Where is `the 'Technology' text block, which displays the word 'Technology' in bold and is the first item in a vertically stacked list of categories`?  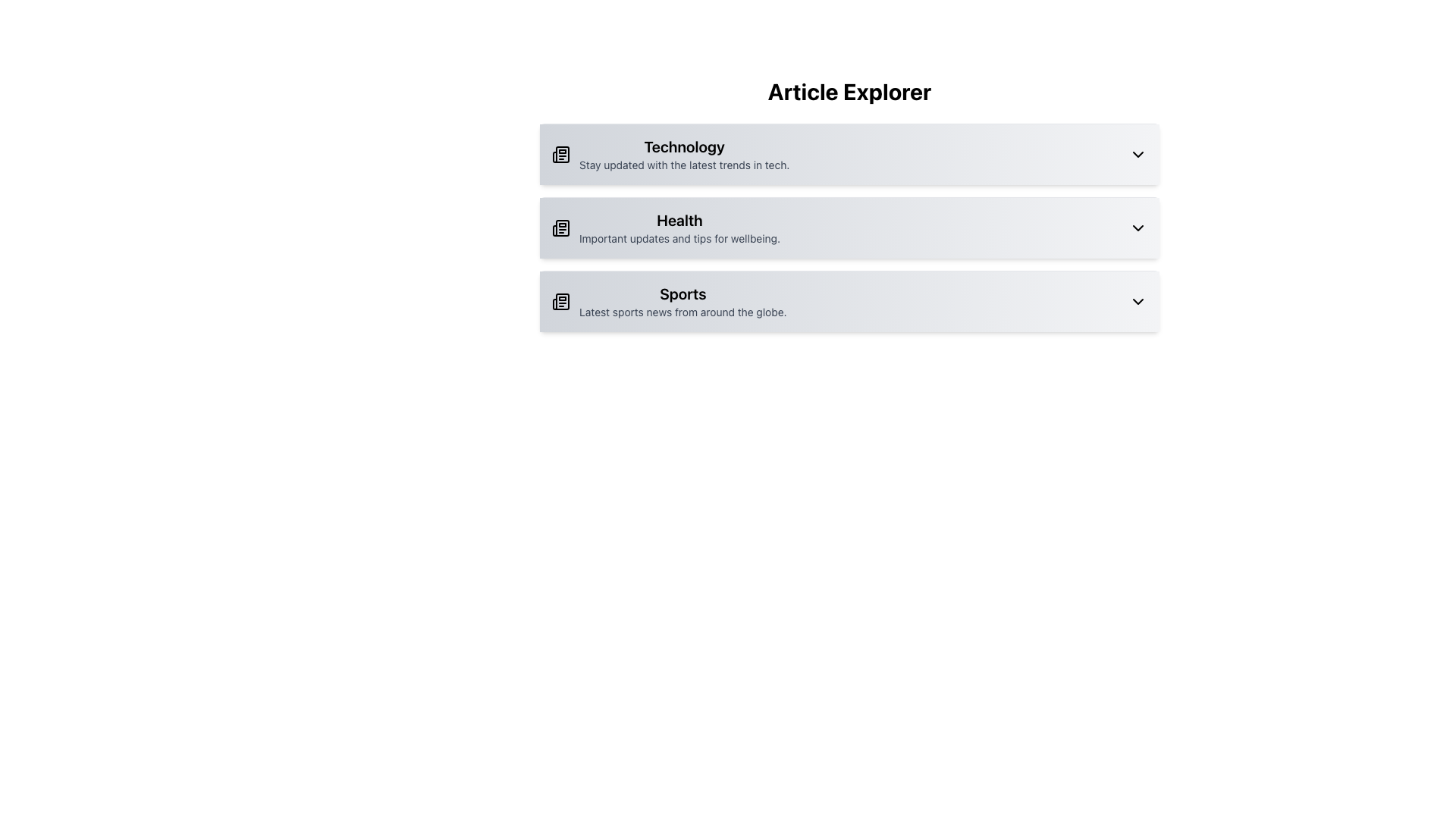
the 'Technology' text block, which displays the word 'Technology' in bold and is the first item in a vertically stacked list of categories is located at coordinates (683, 155).